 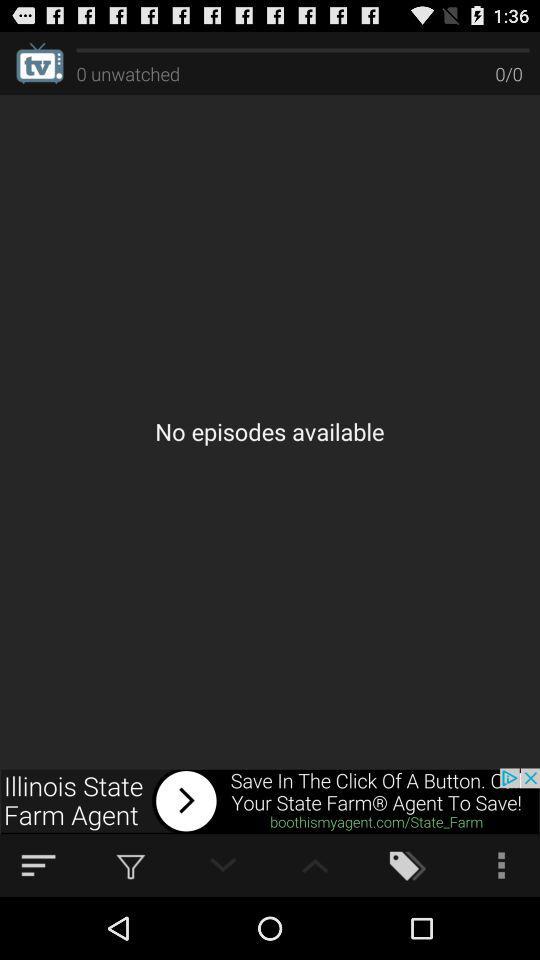 I want to click on advertisement, so click(x=270, y=801).